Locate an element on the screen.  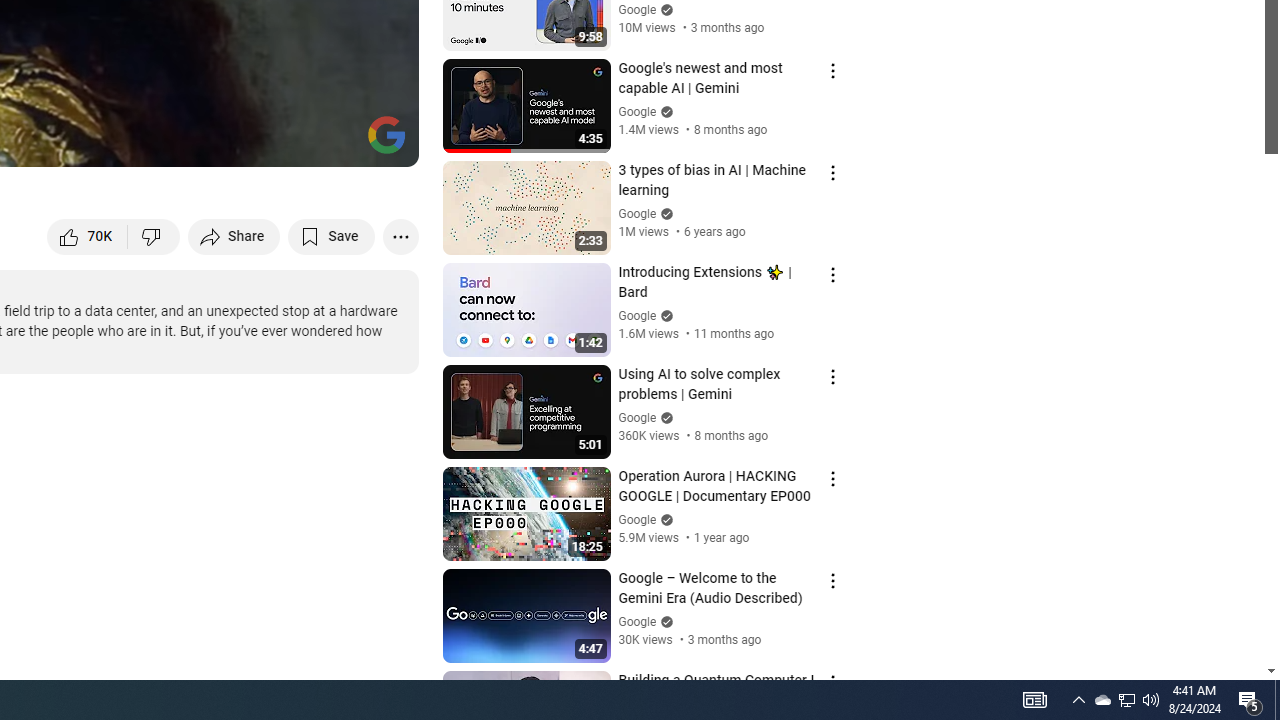
'Subtitles/closed captions unavailable' is located at coordinates (190, 141).